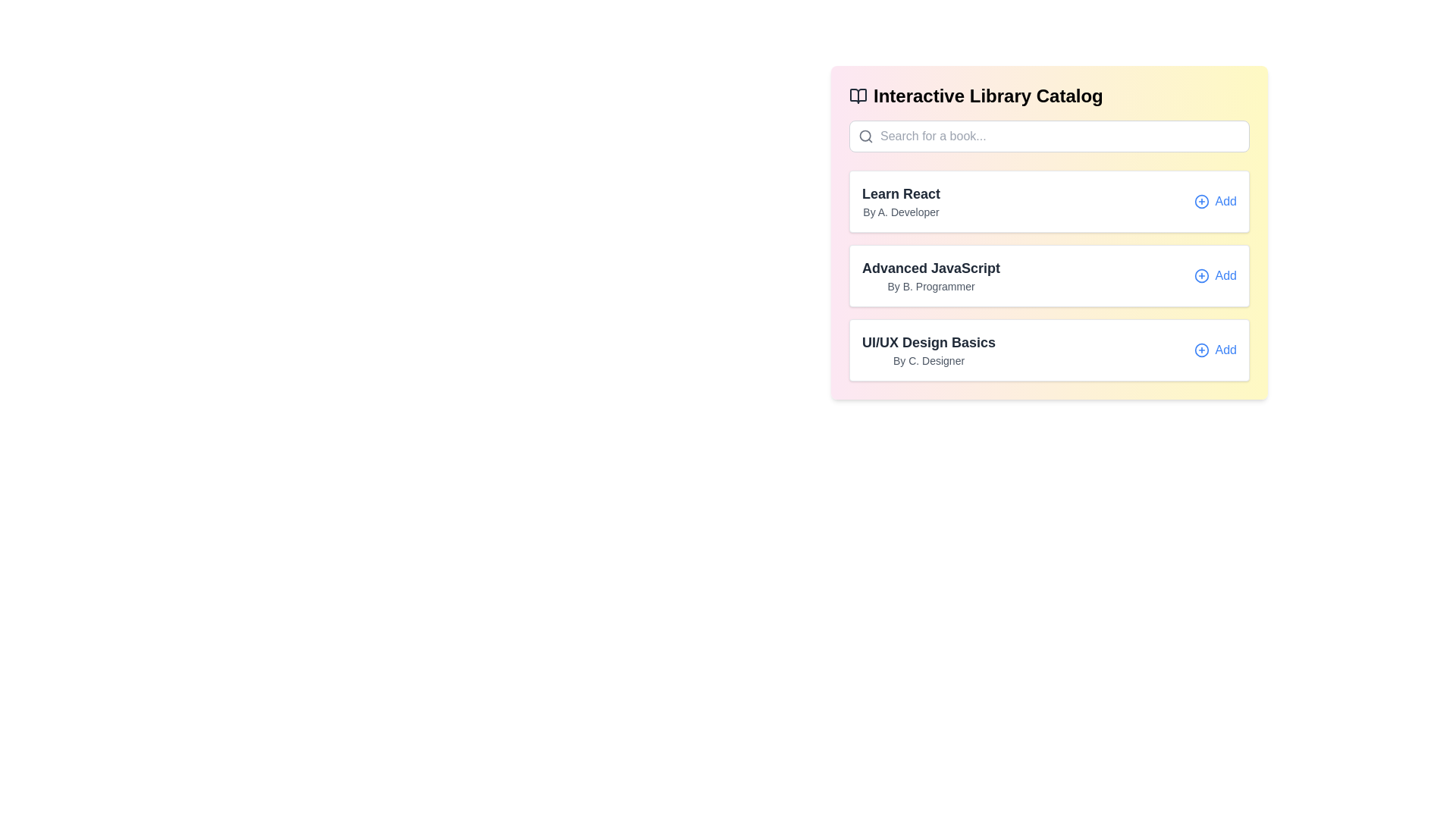 The height and width of the screenshot is (819, 1456). What do you see at coordinates (858, 96) in the screenshot?
I see `the left part of the icon representing an open book, which is located near the top-left corner of the application interface, accompanying the 'Interactive Library Catalog' heading` at bounding box center [858, 96].